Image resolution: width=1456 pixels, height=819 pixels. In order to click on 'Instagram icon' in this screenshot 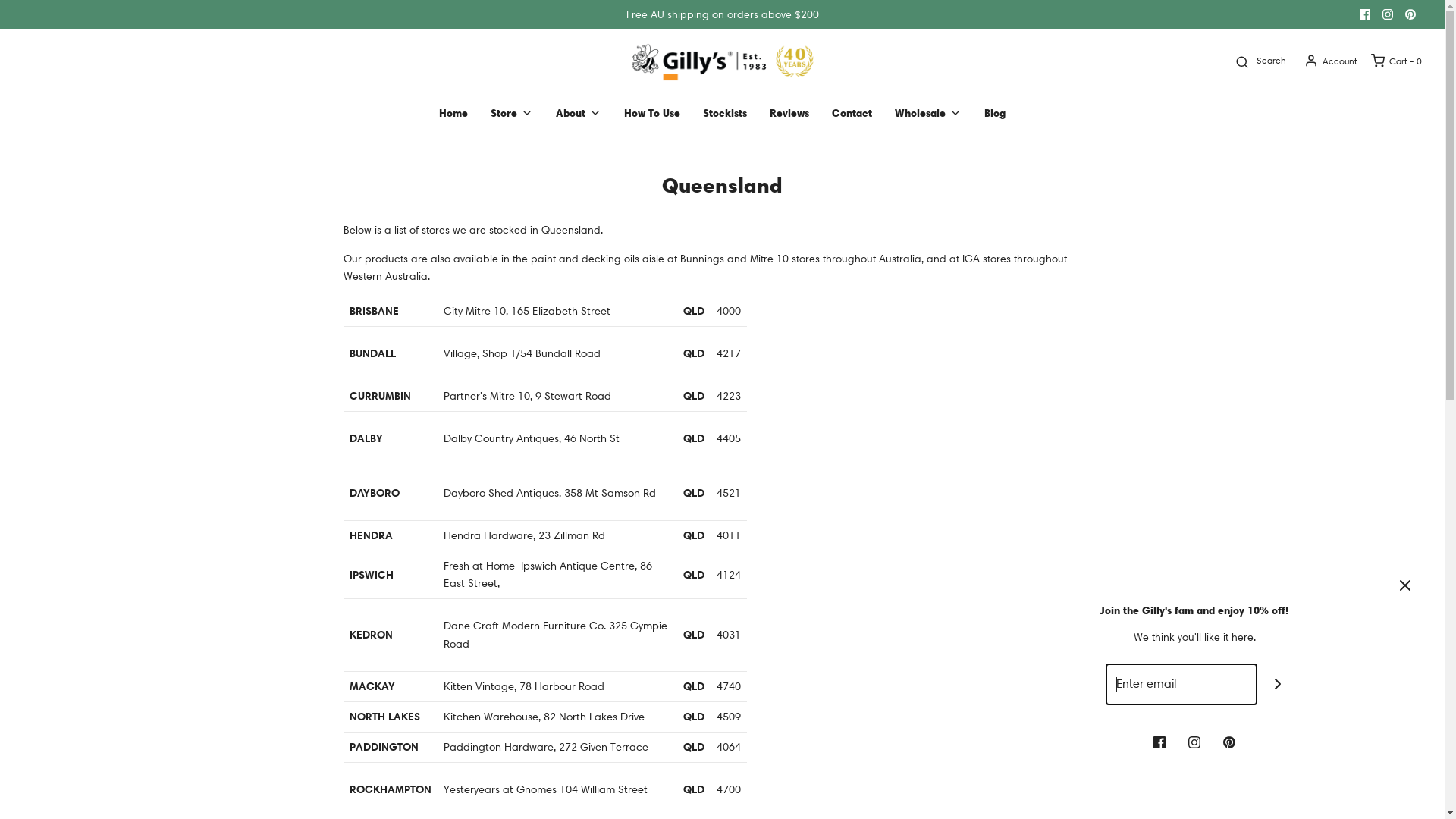, I will do `click(1387, 14)`.